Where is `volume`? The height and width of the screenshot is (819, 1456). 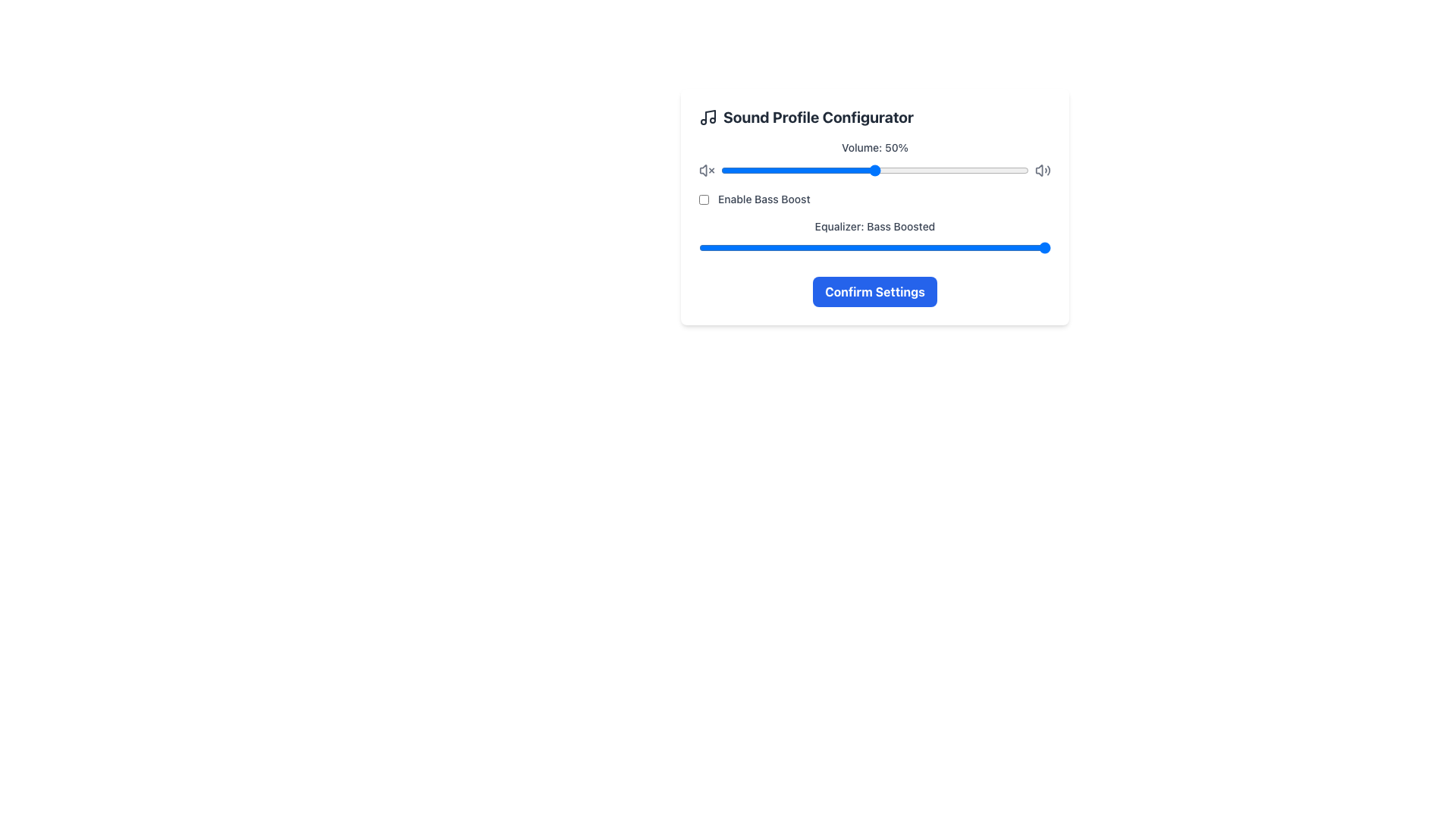 volume is located at coordinates (825, 170).